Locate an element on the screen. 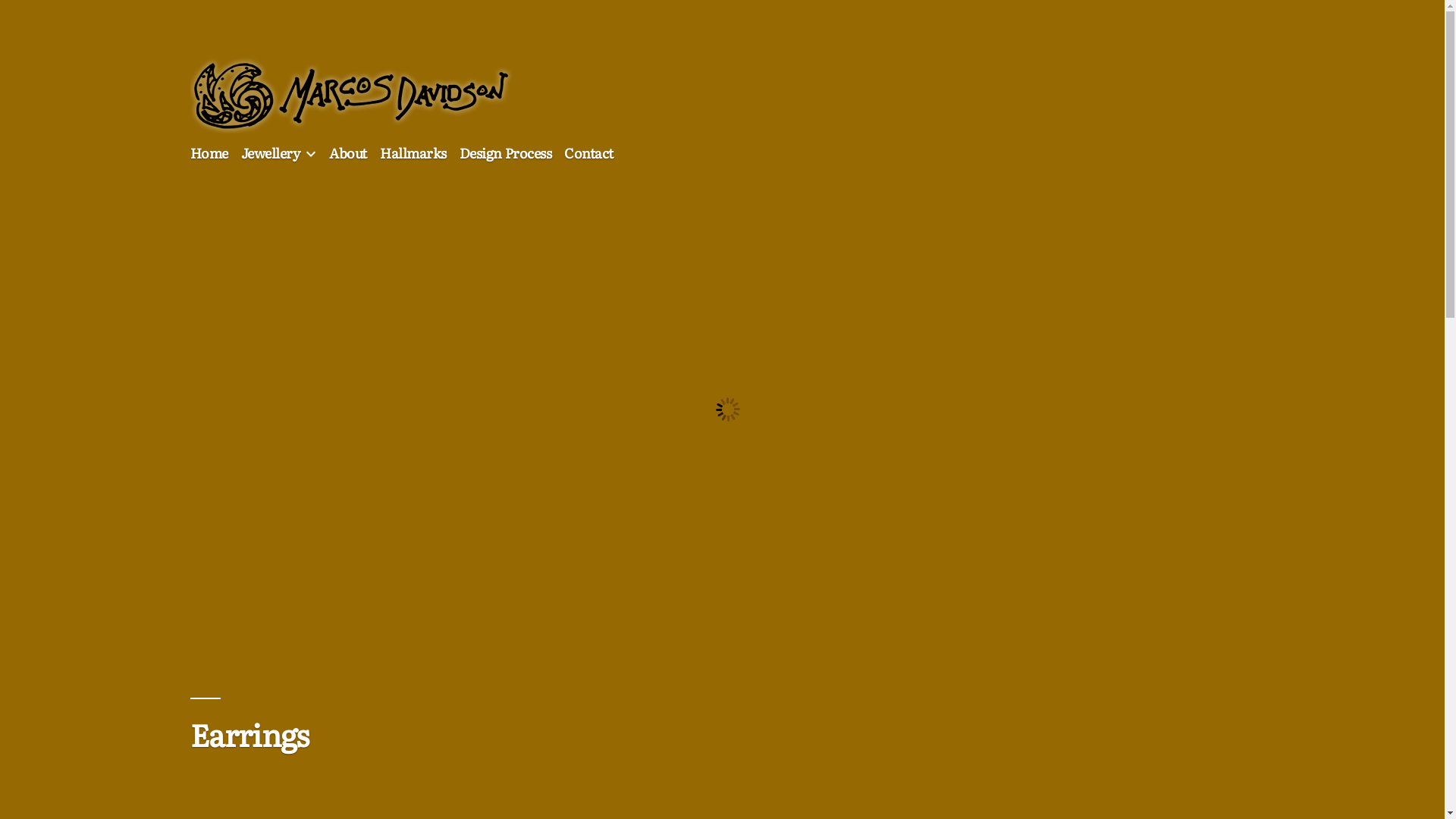  'Hallmarks' is located at coordinates (379, 152).